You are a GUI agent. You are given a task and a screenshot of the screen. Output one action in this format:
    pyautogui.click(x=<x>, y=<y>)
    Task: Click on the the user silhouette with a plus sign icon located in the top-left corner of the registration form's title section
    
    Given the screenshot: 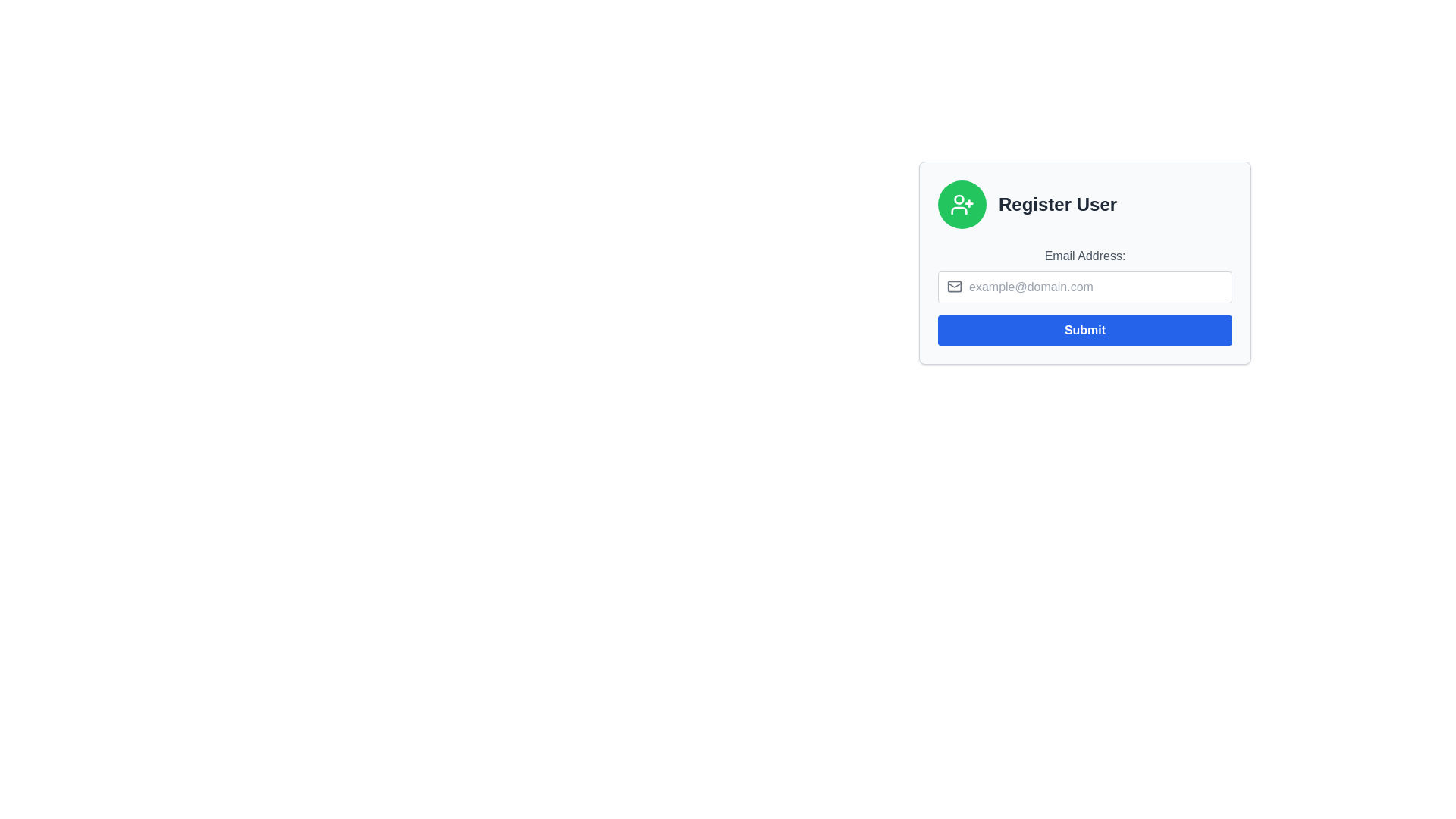 What is the action you would take?
    pyautogui.click(x=959, y=198)
    